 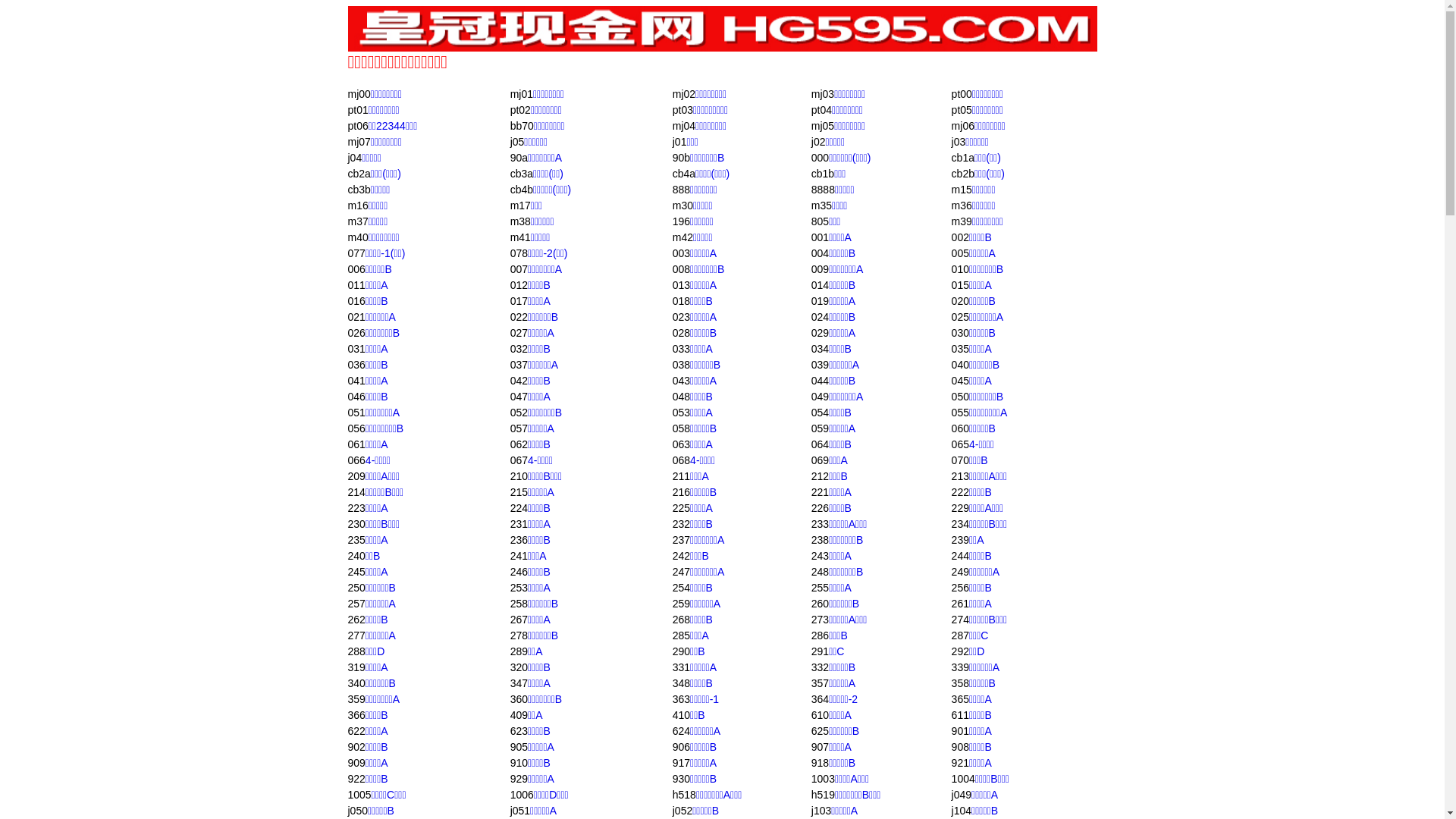 I want to click on 'cb2a', so click(x=358, y=172).